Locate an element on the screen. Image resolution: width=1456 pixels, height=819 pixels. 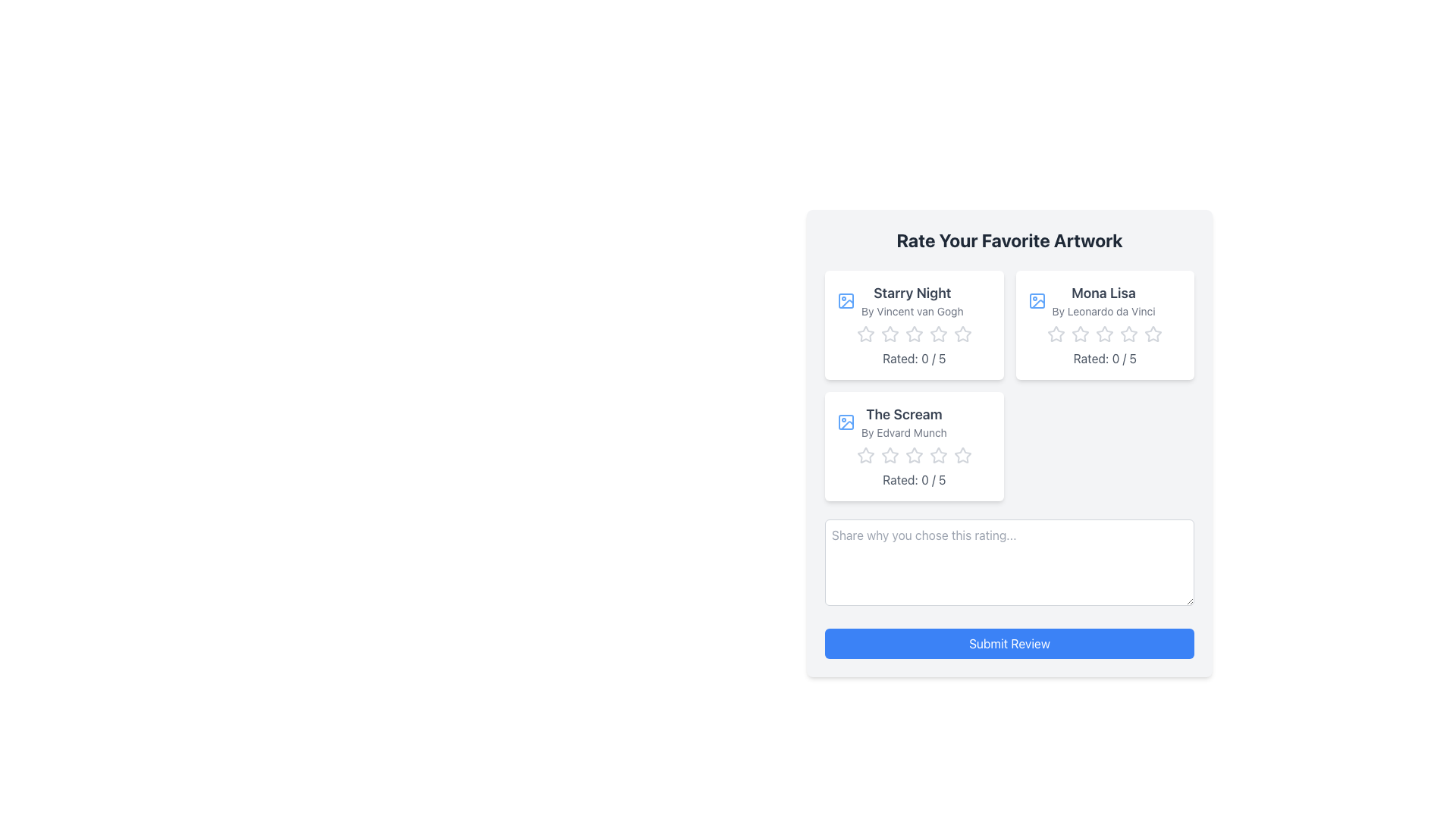
text element displaying 'By Leonardo da Vinci', which is located beneath the title 'Mona Lisa' in a card-like structure is located at coordinates (1103, 311).